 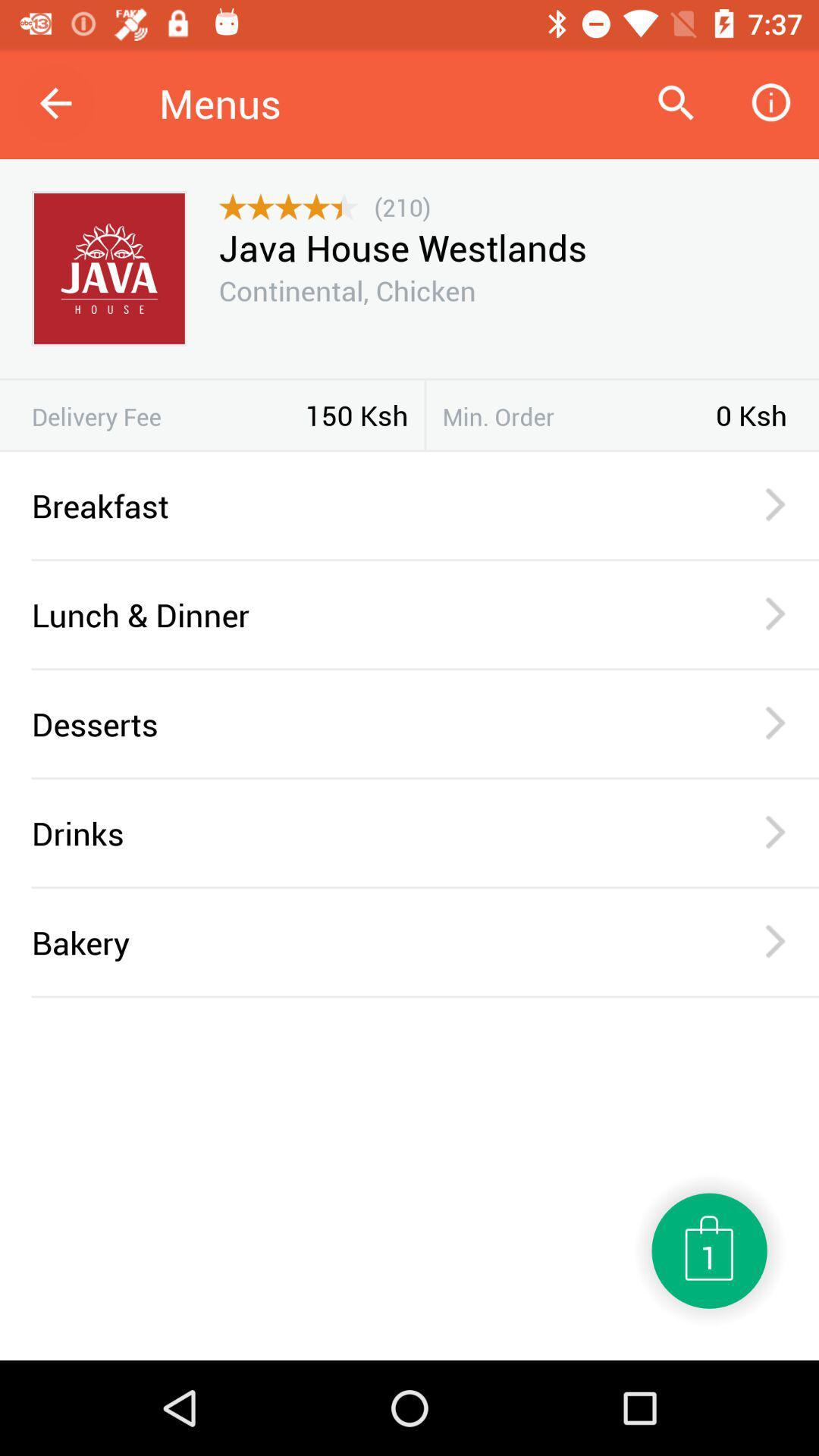 I want to click on the (210) item, so click(x=402, y=206).